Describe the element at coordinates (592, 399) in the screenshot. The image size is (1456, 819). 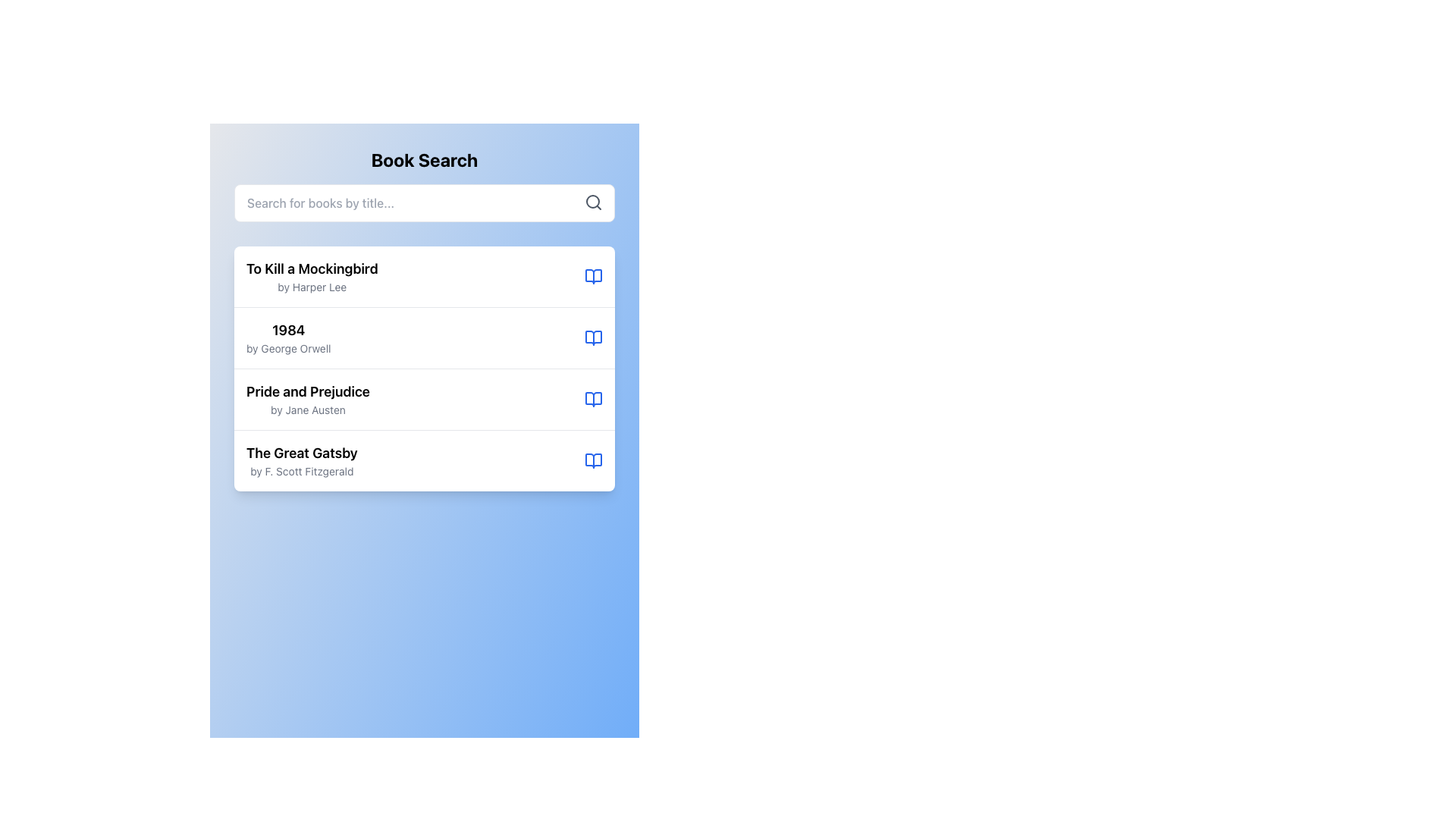
I see `the lower part of the book icon beside the third book entry, which serves as a visual indicator for an interactive action` at that location.